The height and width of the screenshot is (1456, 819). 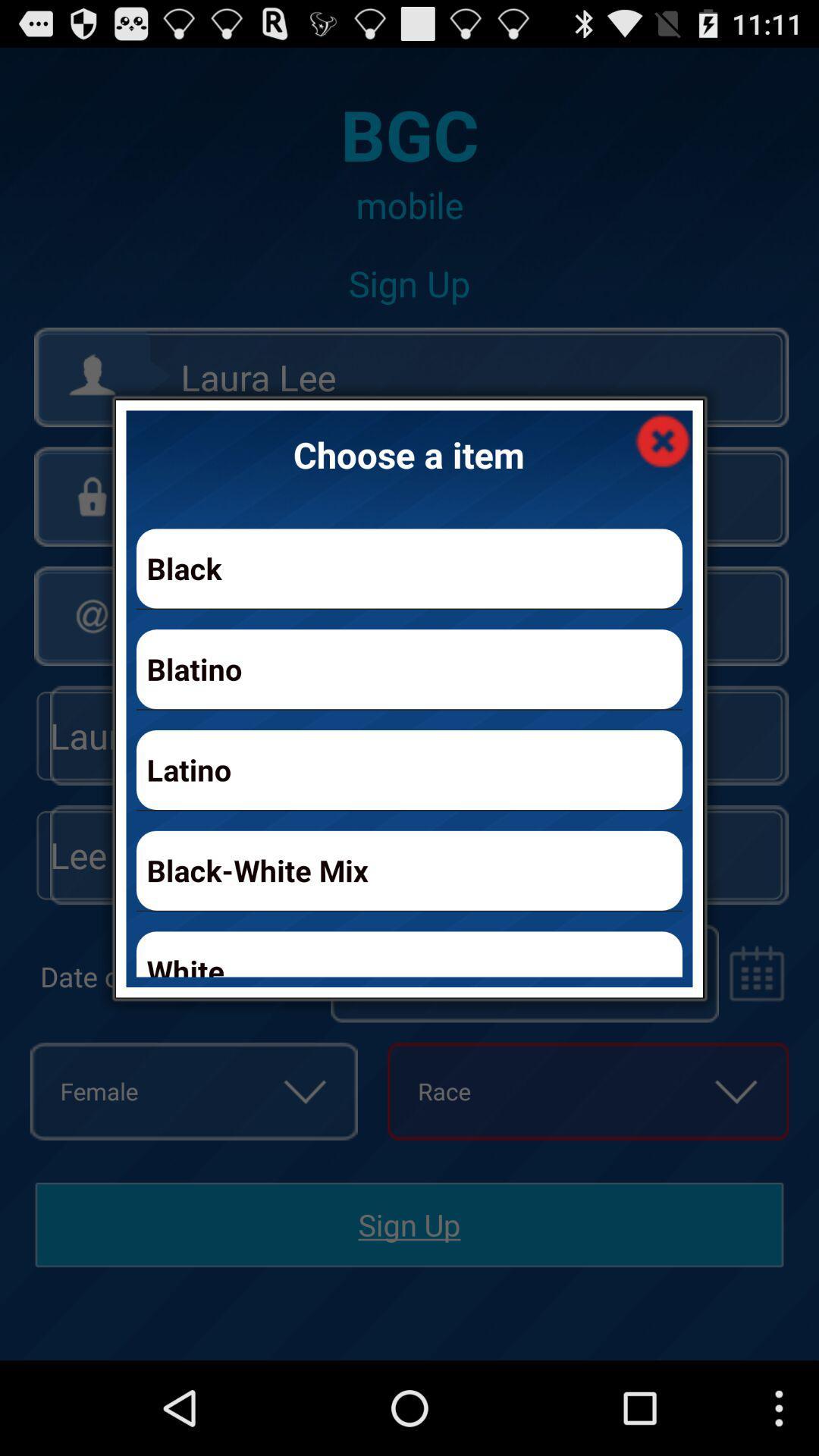 What do you see at coordinates (409, 871) in the screenshot?
I see `item below the latino app` at bounding box center [409, 871].